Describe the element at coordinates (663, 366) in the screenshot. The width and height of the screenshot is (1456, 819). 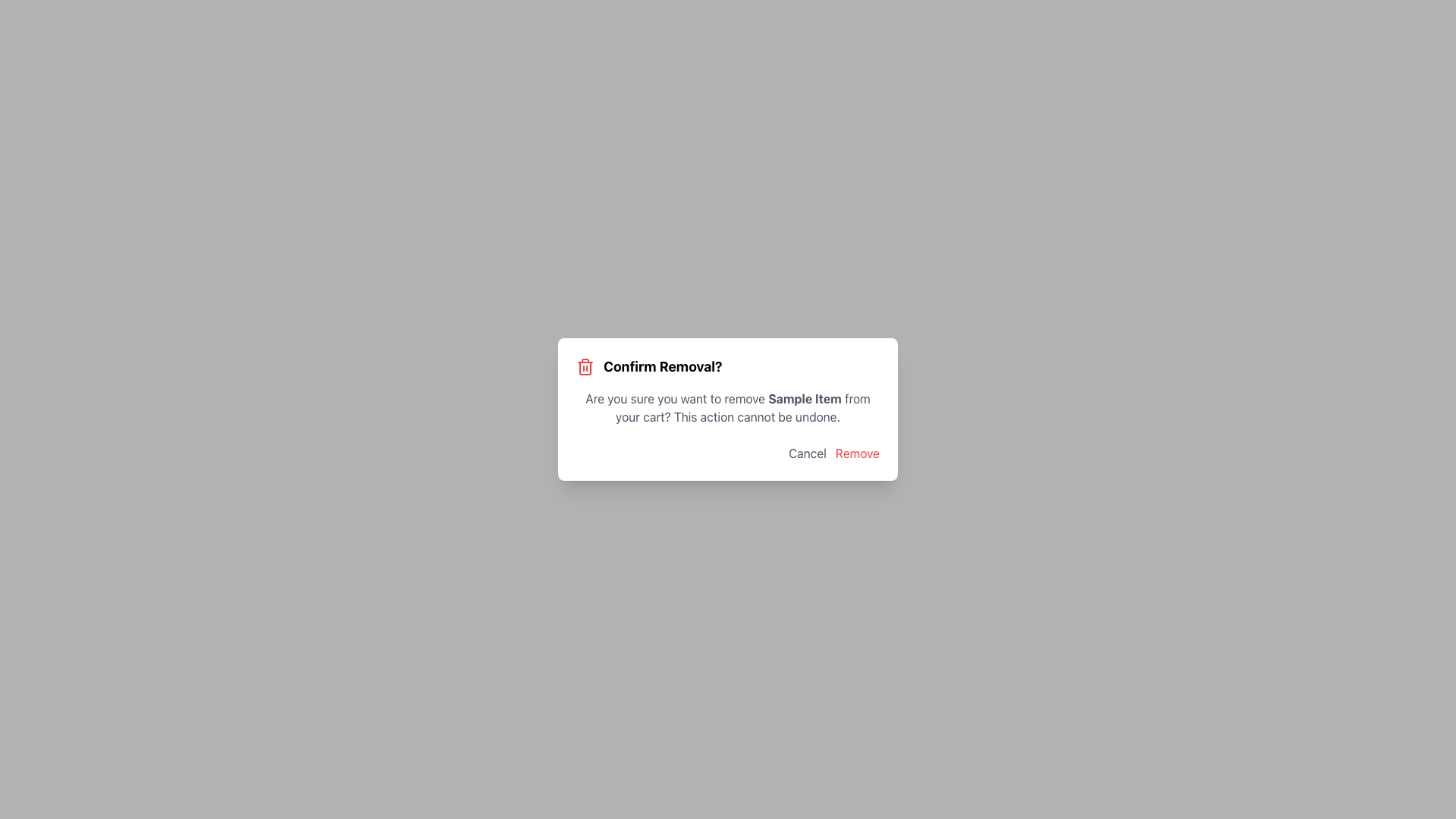
I see `the bold, black text label that reads 'Confirm Removal?' located in the top-left corner of the white dialog box, adjacent to a red trash can icon` at that location.